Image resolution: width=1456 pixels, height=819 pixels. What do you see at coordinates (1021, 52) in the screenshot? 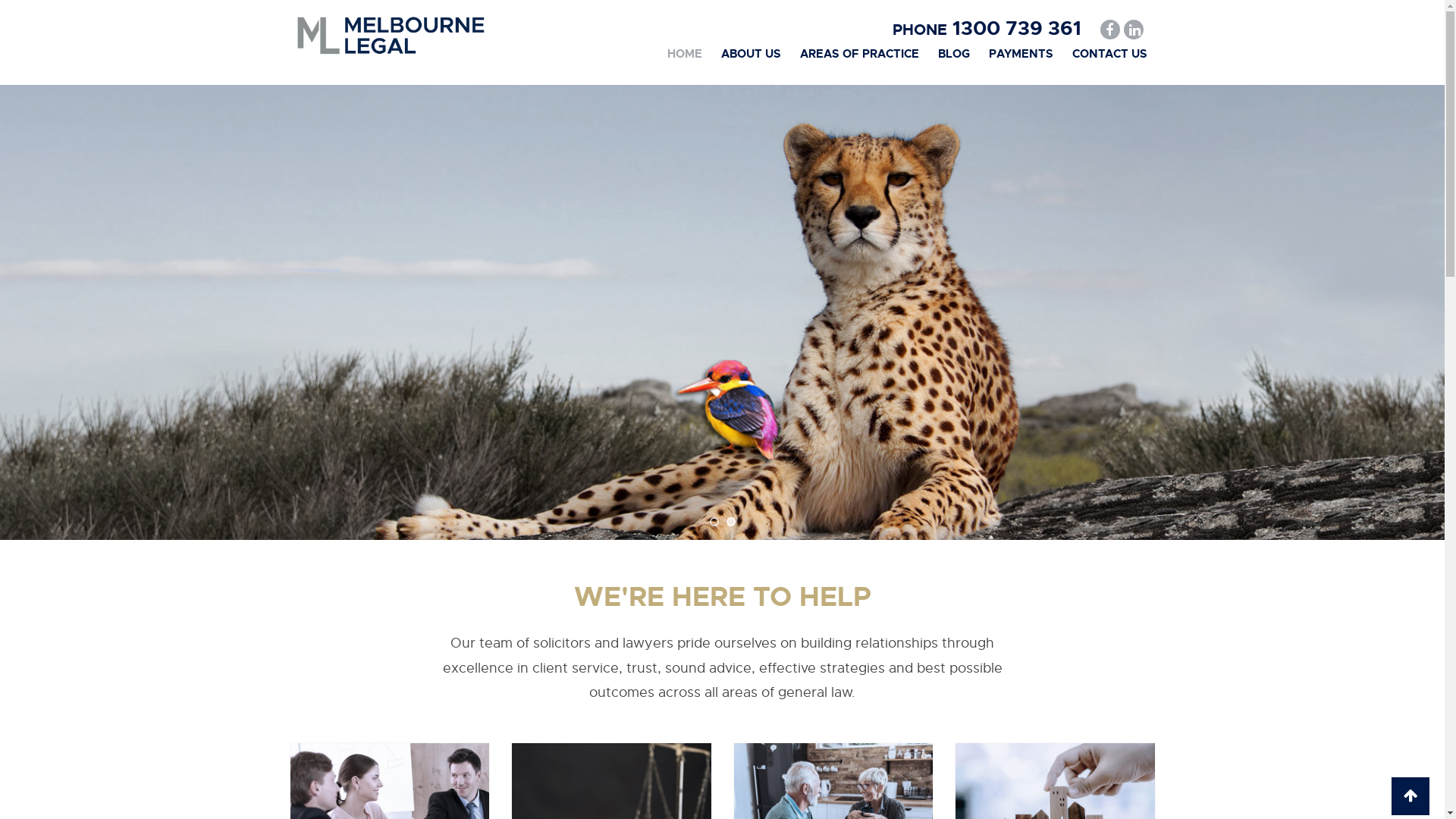
I see `'PAYMENTS'` at bounding box center [1021, 52].